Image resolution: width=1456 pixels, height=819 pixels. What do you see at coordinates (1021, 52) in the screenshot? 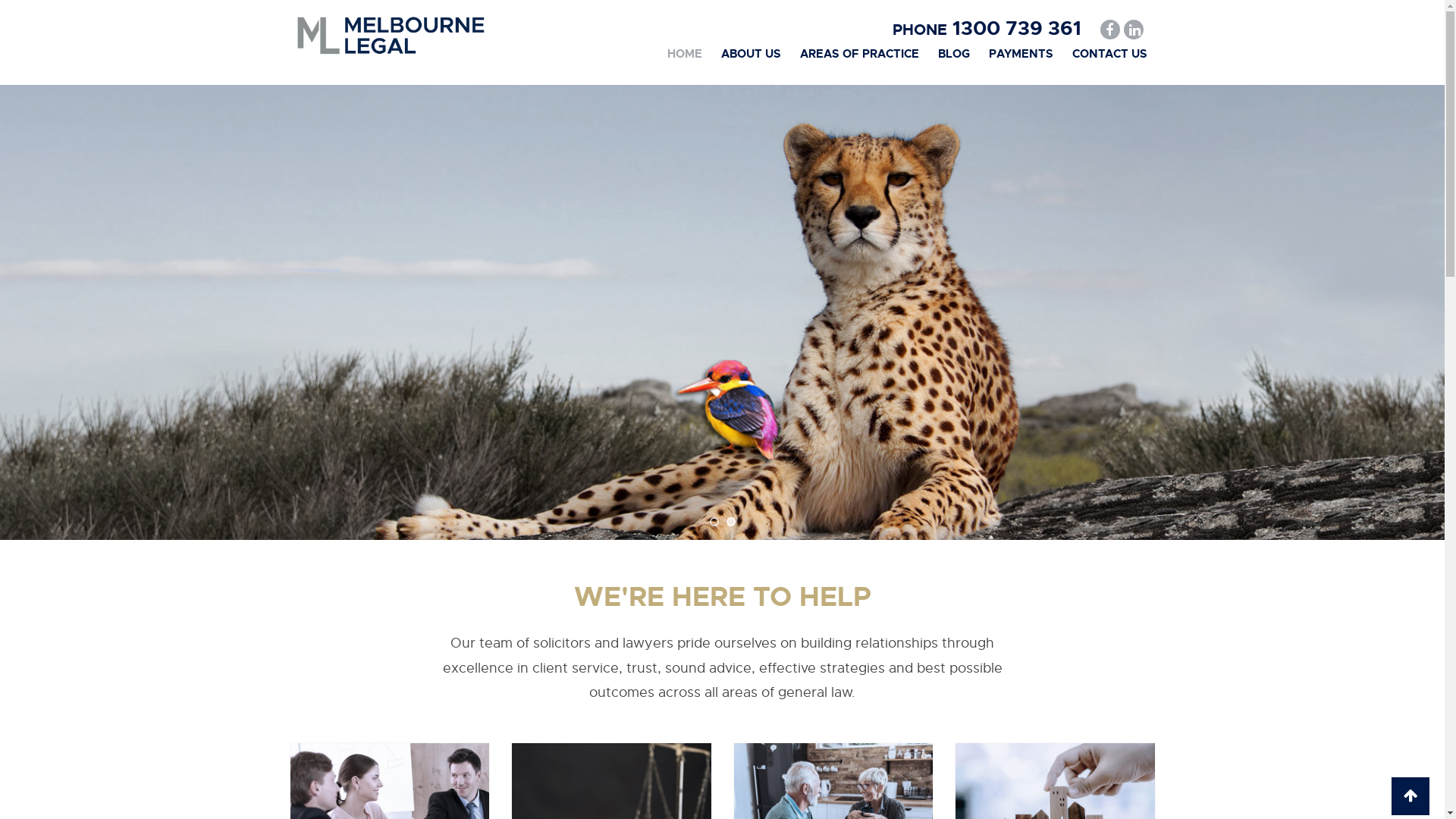
I see `'PAYMENTS'` at bounding box center [1021, 52].